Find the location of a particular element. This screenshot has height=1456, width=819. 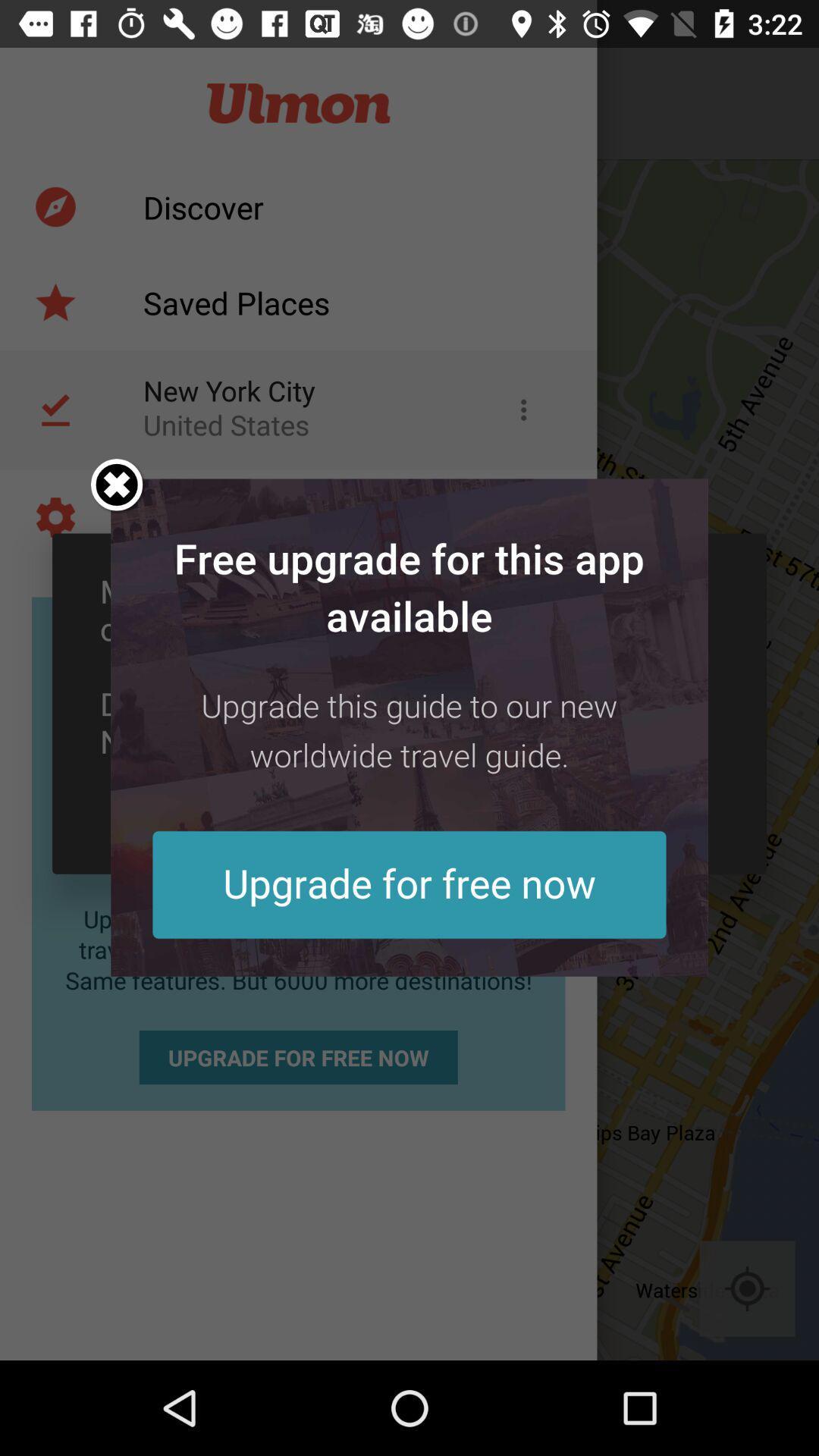

upgrade this app for free is located at coordinates (409, 726).